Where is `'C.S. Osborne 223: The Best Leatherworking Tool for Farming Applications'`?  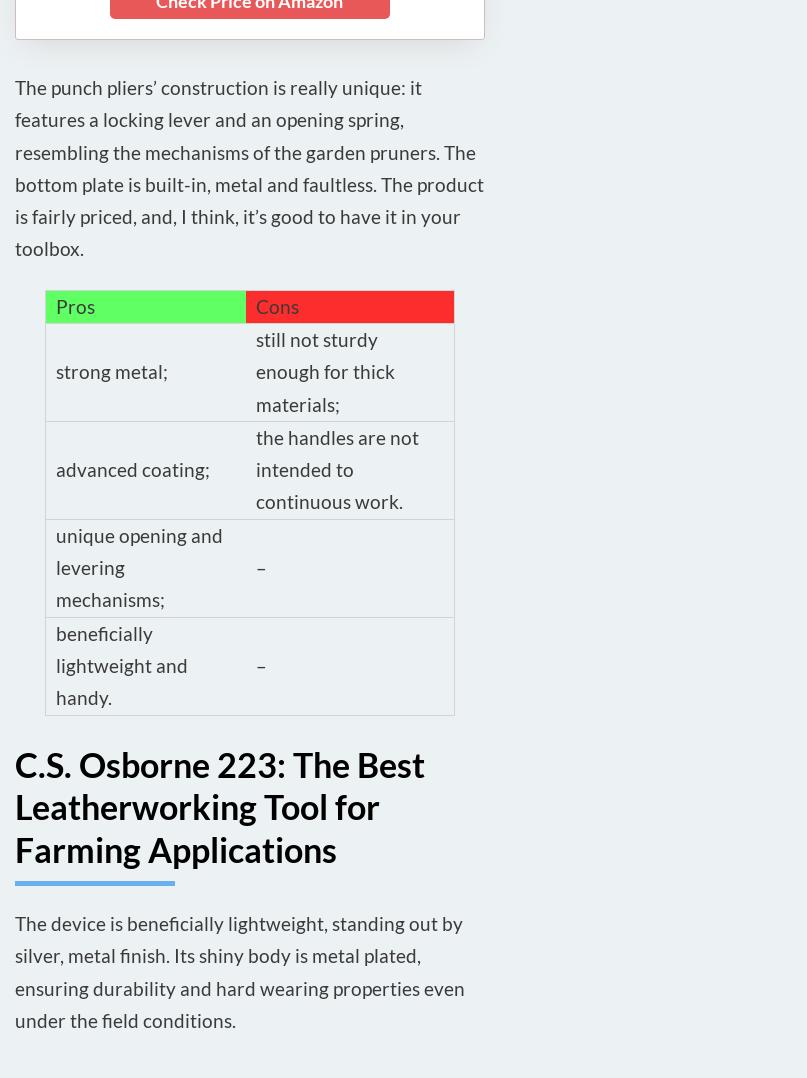 'C.S. Osborne 223: The Best Leatherworking Tool for Farming Applications' is located at coordinates (219, 805).